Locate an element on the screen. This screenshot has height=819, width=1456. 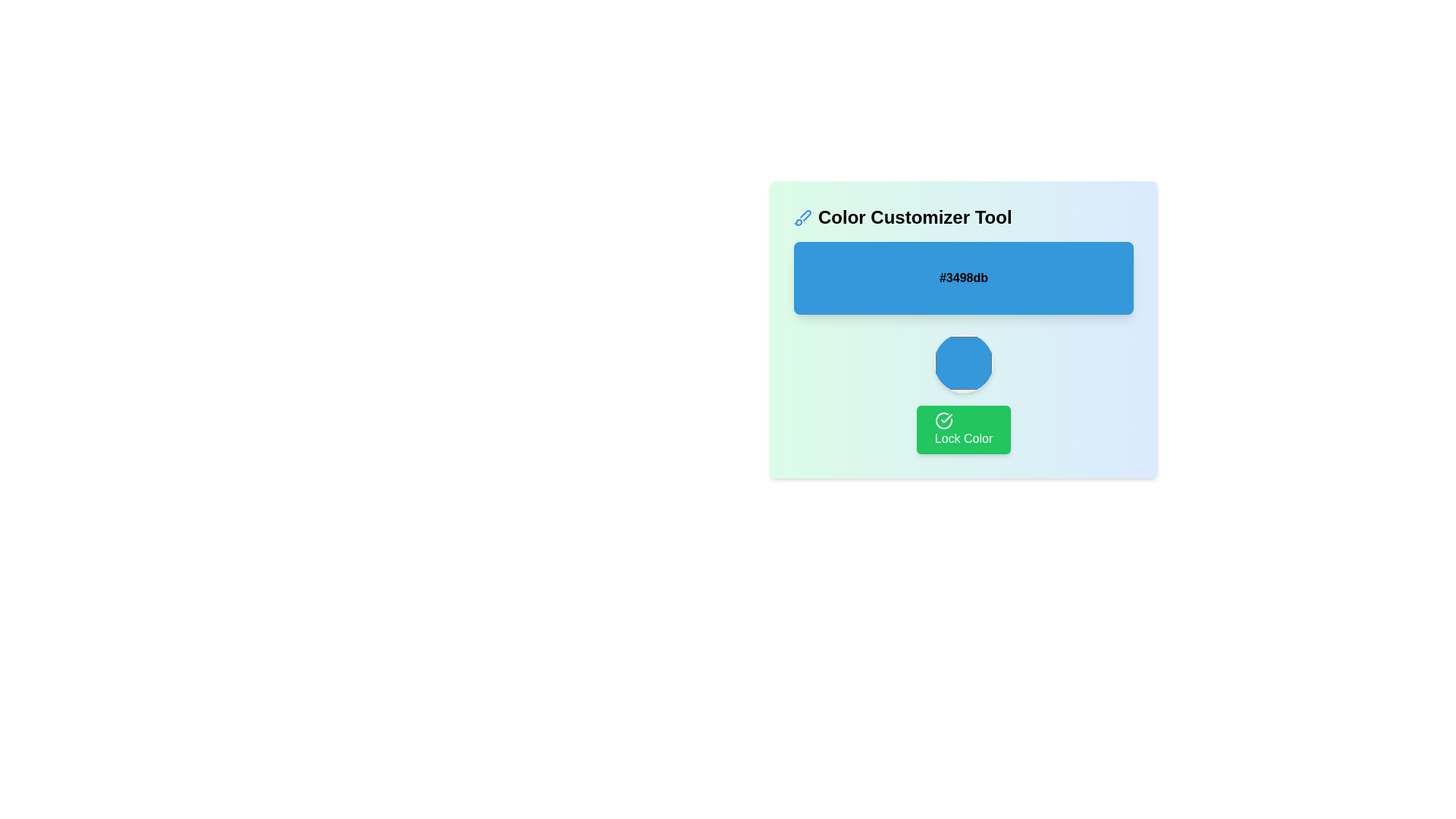
the blue brush-like vector graphic icon positioned near the 'Color Customizer Tool' text is located at coordinates (805, 215).